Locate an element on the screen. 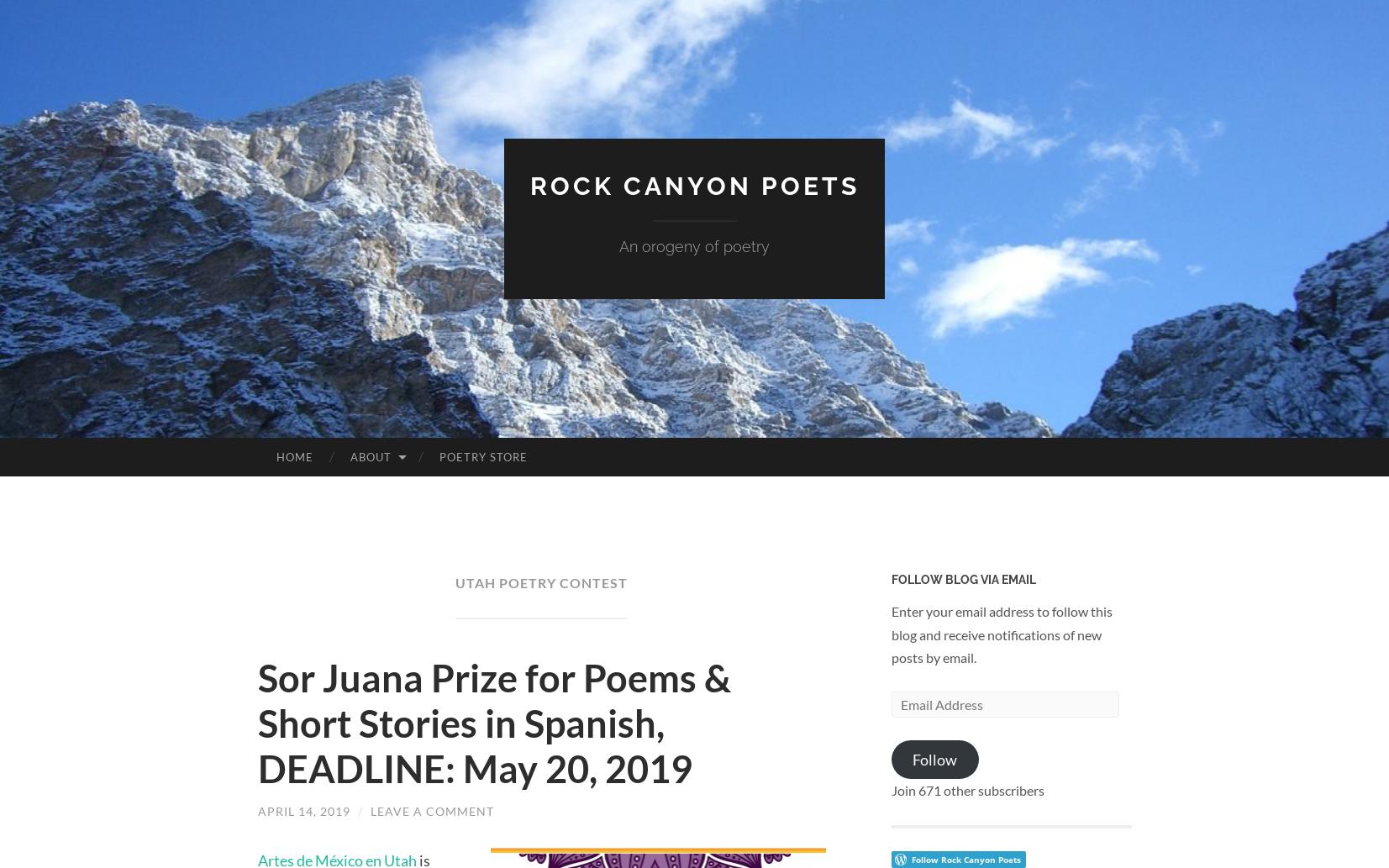 Image resolution: width=1389 pixels, height=868 pixels. 'An orogeny of poetry' is located at coordinates (693, 245).